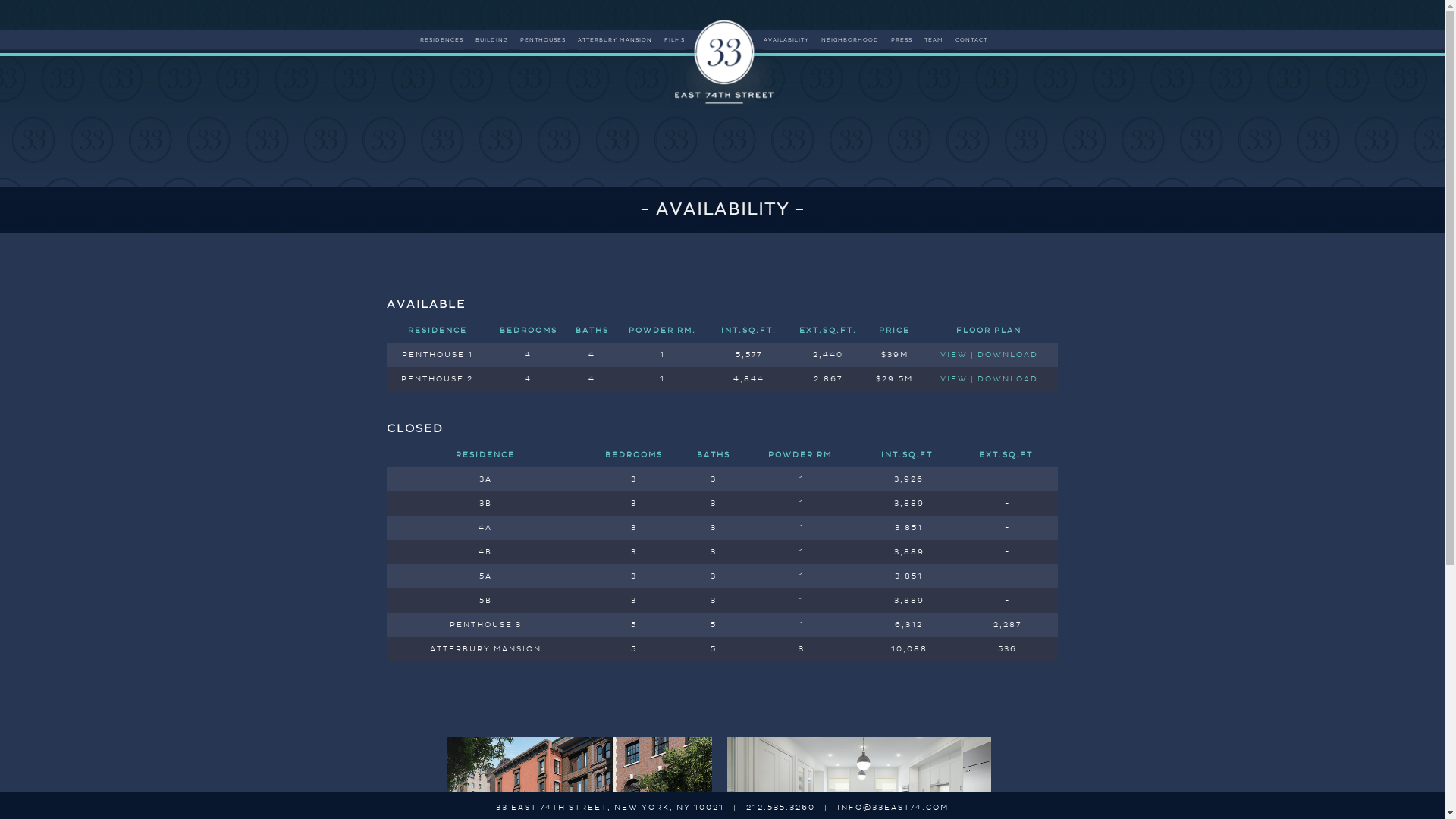  I want to click on 'VIEW', so click(939, 378).